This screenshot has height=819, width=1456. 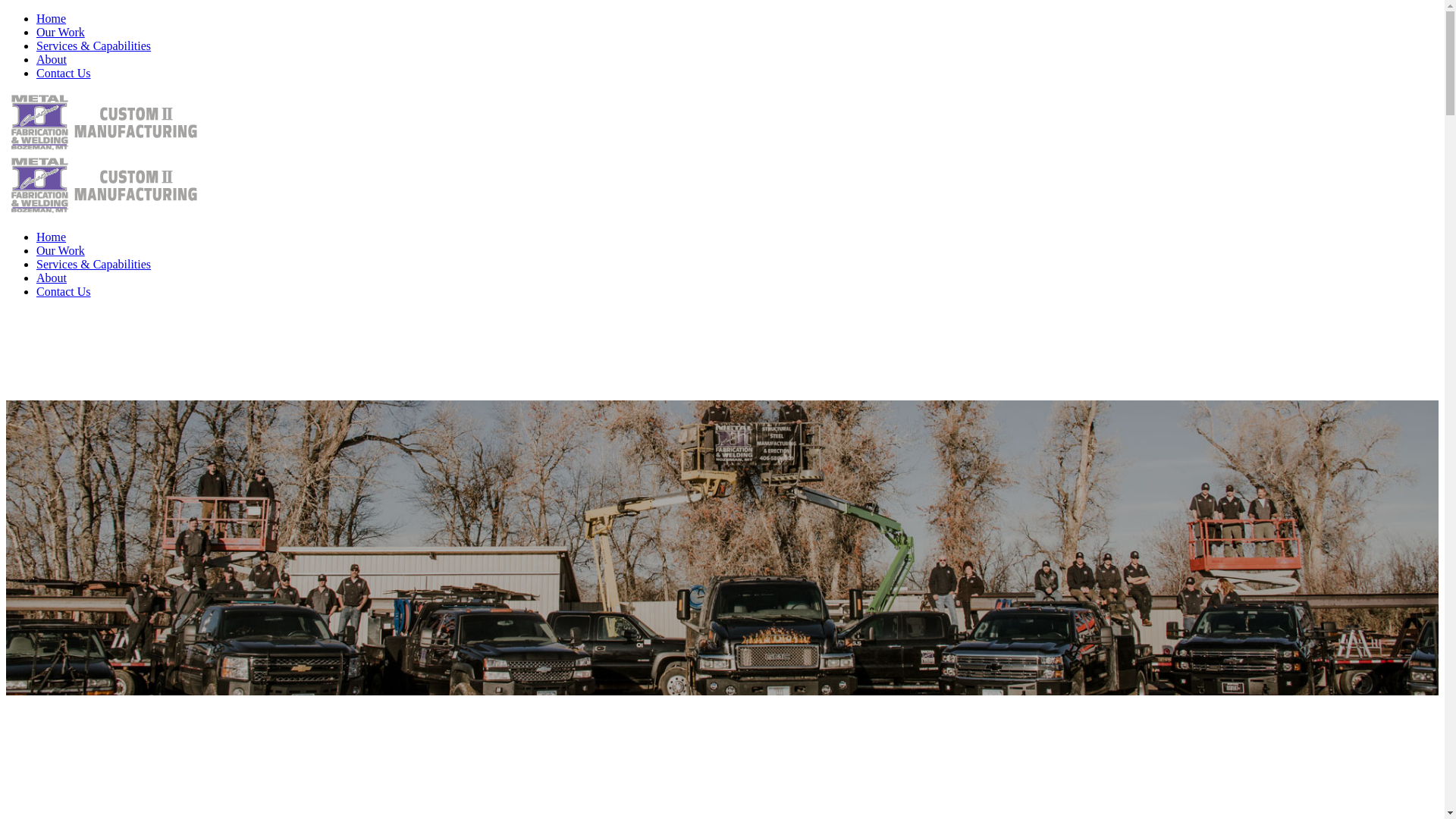 What do you see at coordinates (62, 291) in the screenshot?
I see `'Contact Us'` at bounding box center [62, 291].